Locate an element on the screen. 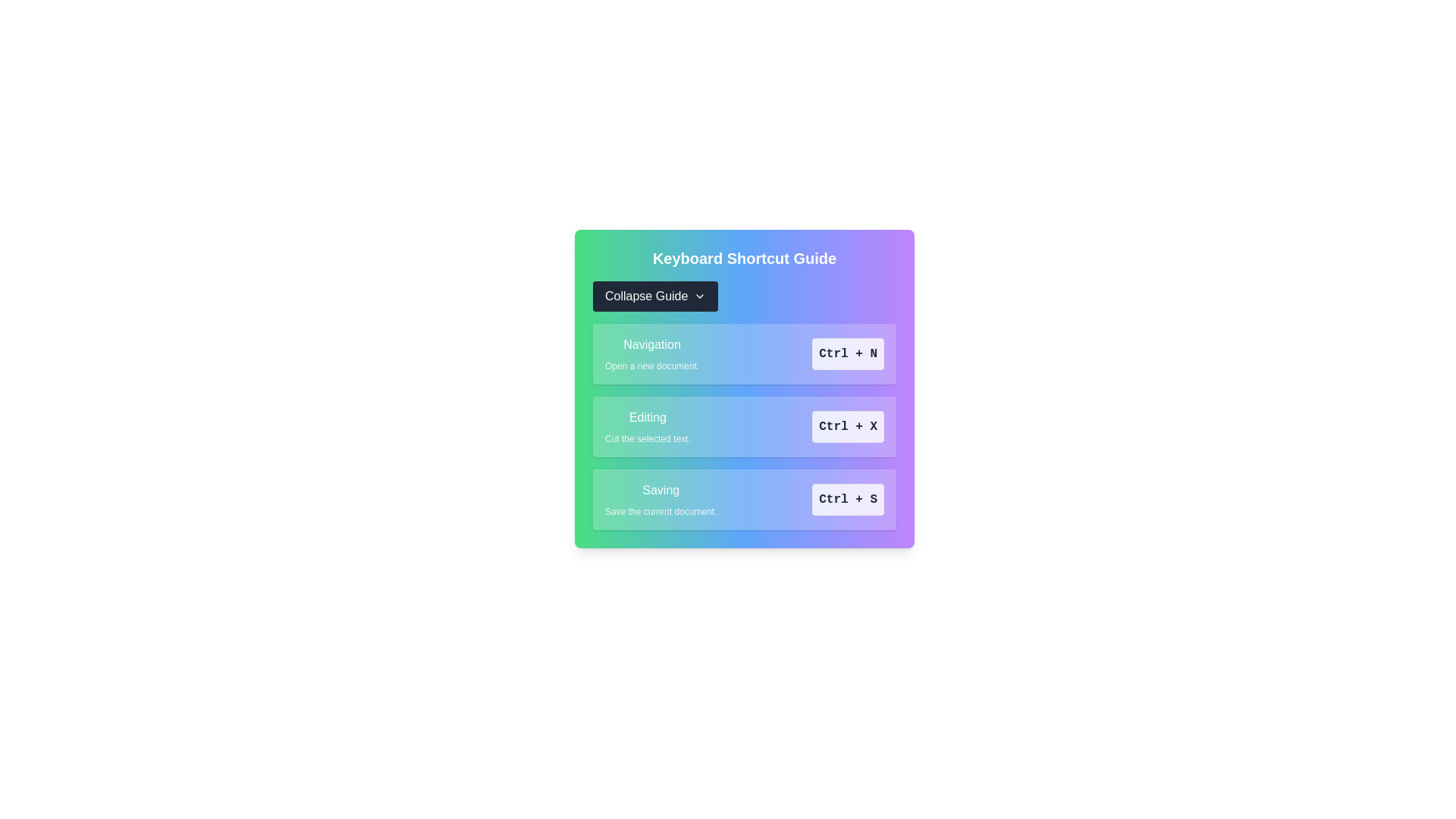 The width and height of the screenshot is (1456, 819). the 'Ctrl + S' text label on the rounded rectangular button with a light gray background, located in the third row of options next to the 'Saving' label is located at coordinates (847, 500).